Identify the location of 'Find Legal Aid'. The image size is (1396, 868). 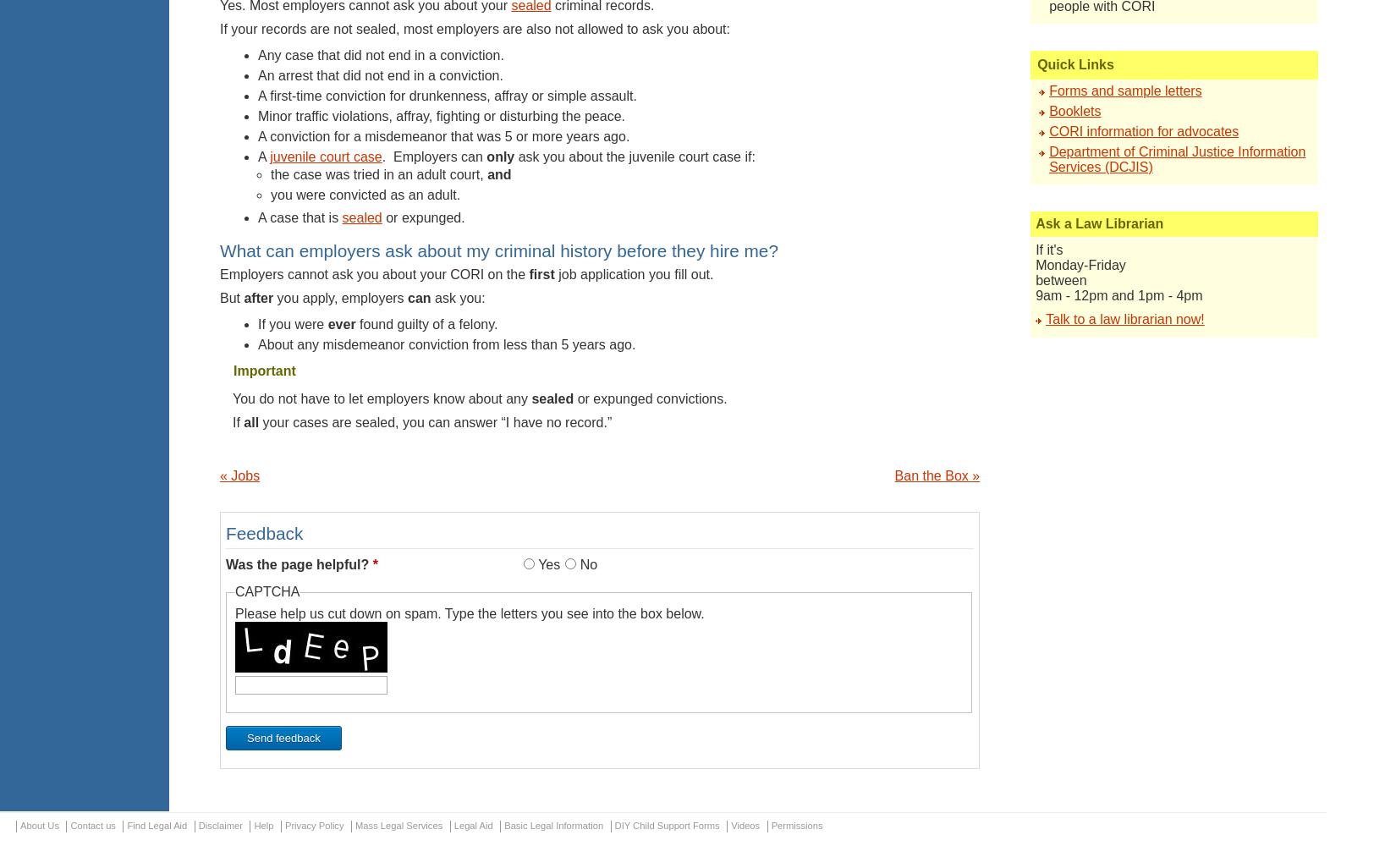
(157, 825).